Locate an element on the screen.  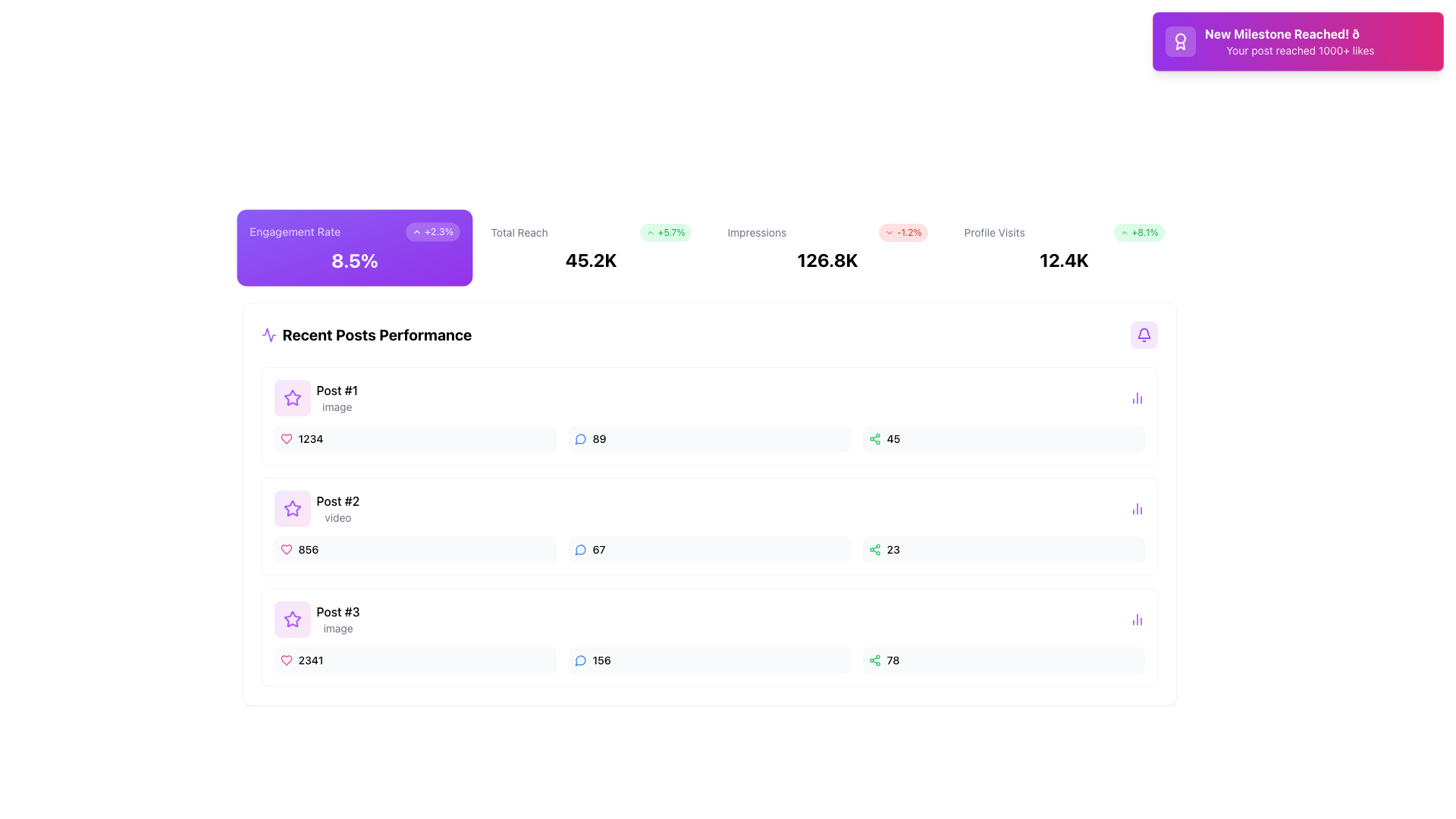
the Informational badge indicating a percentage increase in the 'Total Reach' section, positioned to the right of the heading text and above the numerical summary '45.2K' is located at coordinates (665, 233).